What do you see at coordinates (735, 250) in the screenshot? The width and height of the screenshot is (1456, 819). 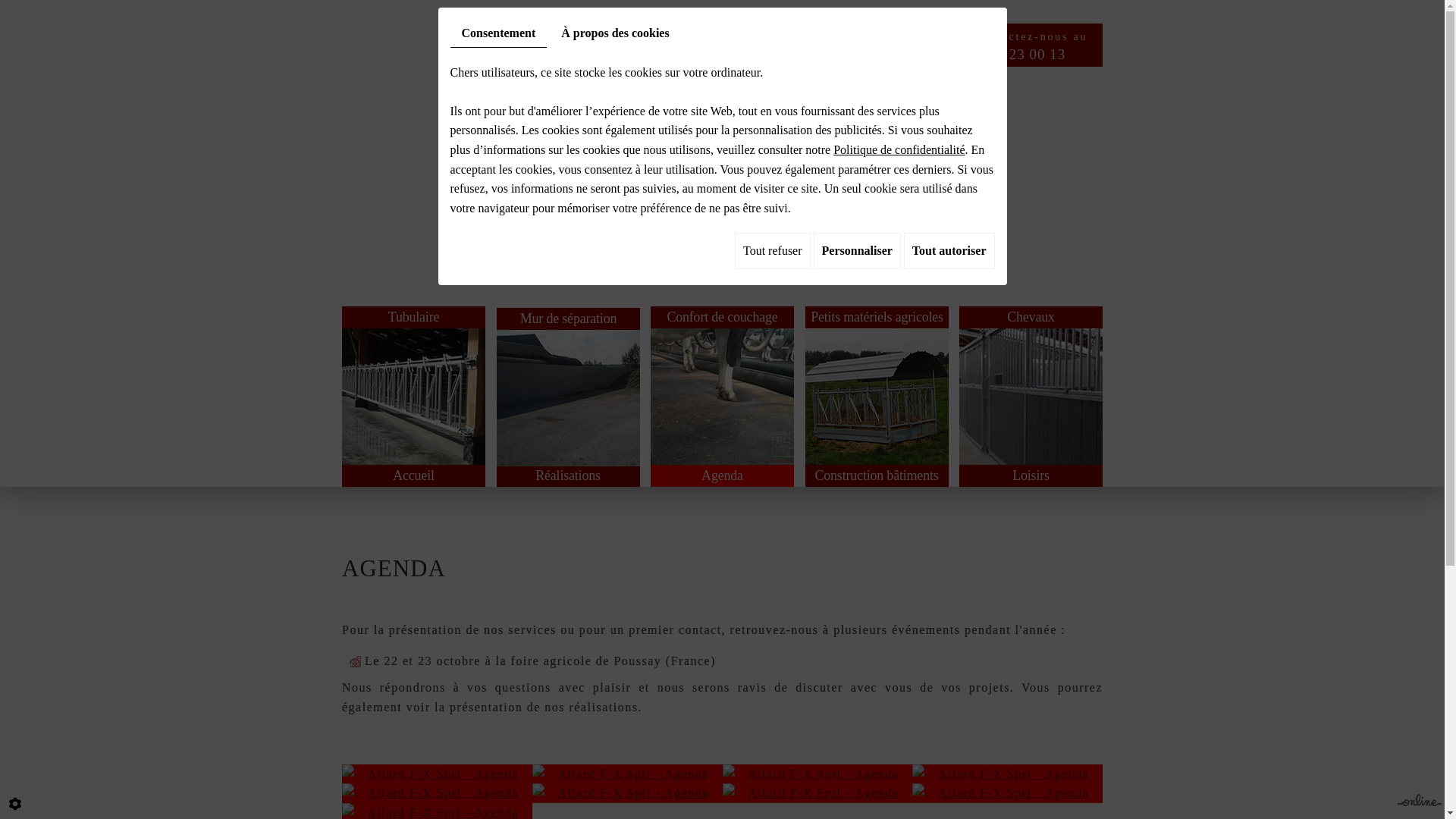 I see `'Tout refuser'` at bounding box center [735, 250].